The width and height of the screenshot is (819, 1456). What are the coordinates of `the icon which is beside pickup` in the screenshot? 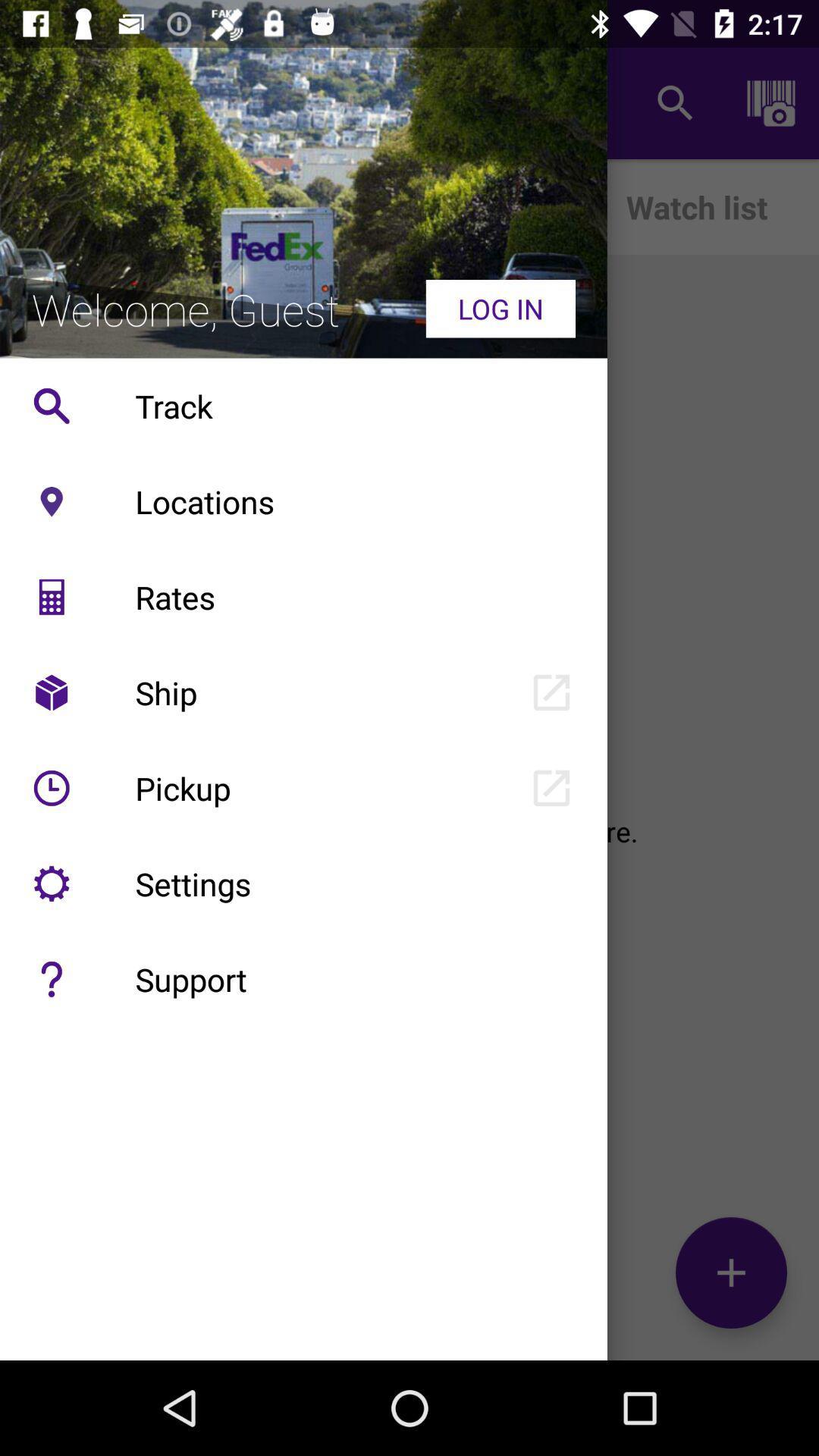 It's located at (51, 788).